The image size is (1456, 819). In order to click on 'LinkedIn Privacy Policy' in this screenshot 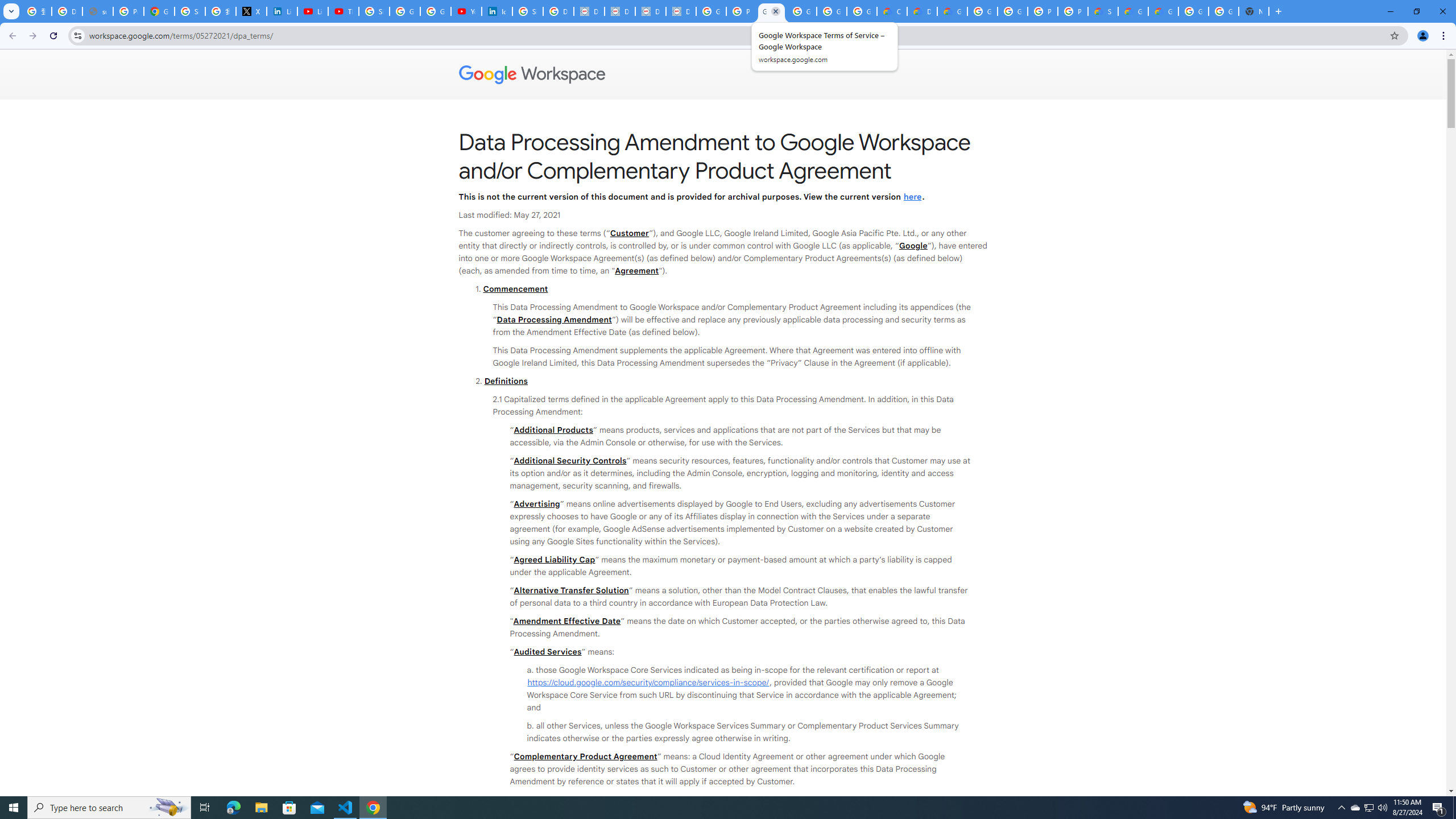, I will do `click(282, 11)`.